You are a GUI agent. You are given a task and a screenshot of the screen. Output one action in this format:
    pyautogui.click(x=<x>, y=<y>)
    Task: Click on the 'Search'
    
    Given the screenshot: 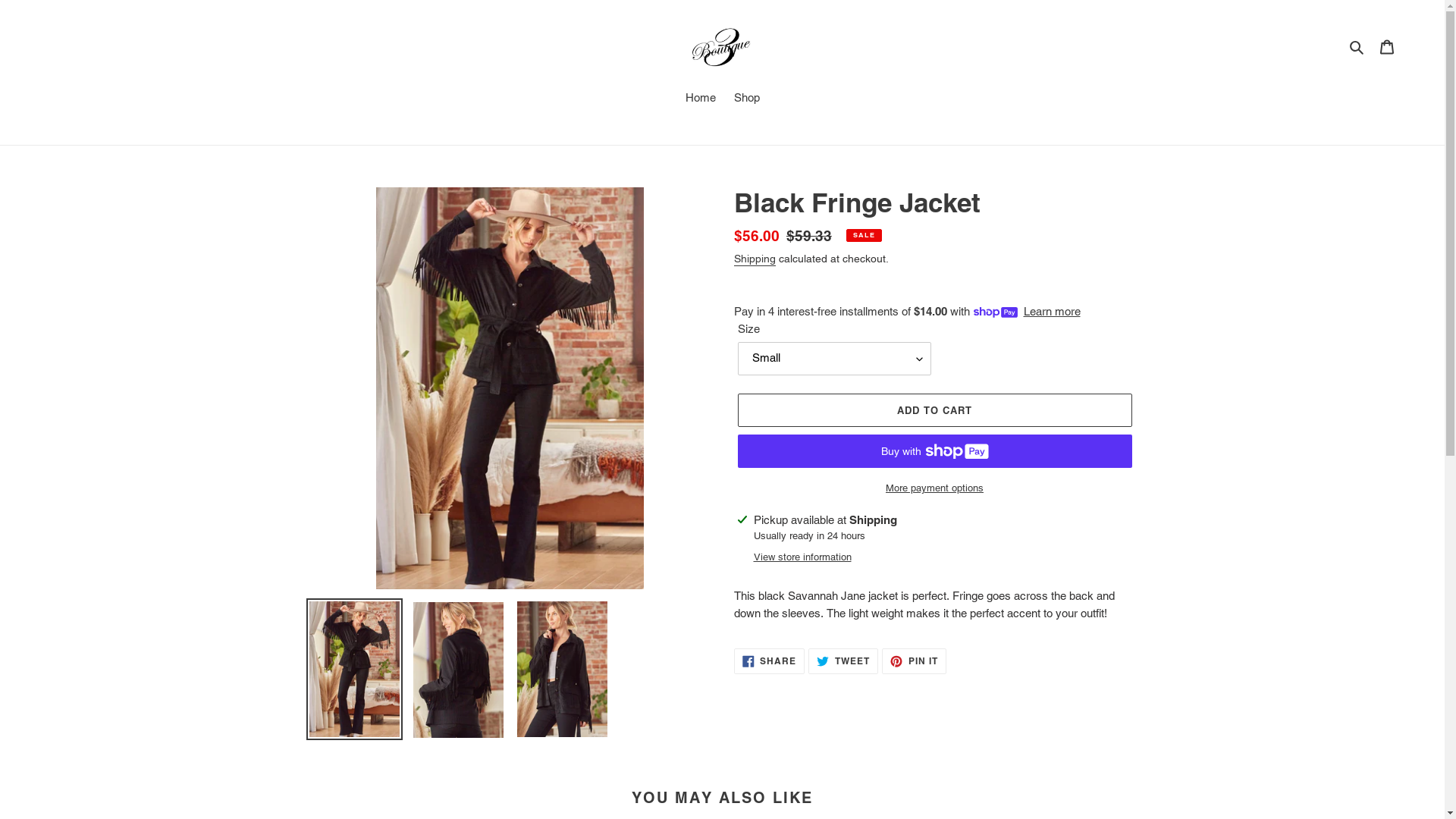 What is the action you would take?
    pyautogui.click(x=1357, y=45)
    